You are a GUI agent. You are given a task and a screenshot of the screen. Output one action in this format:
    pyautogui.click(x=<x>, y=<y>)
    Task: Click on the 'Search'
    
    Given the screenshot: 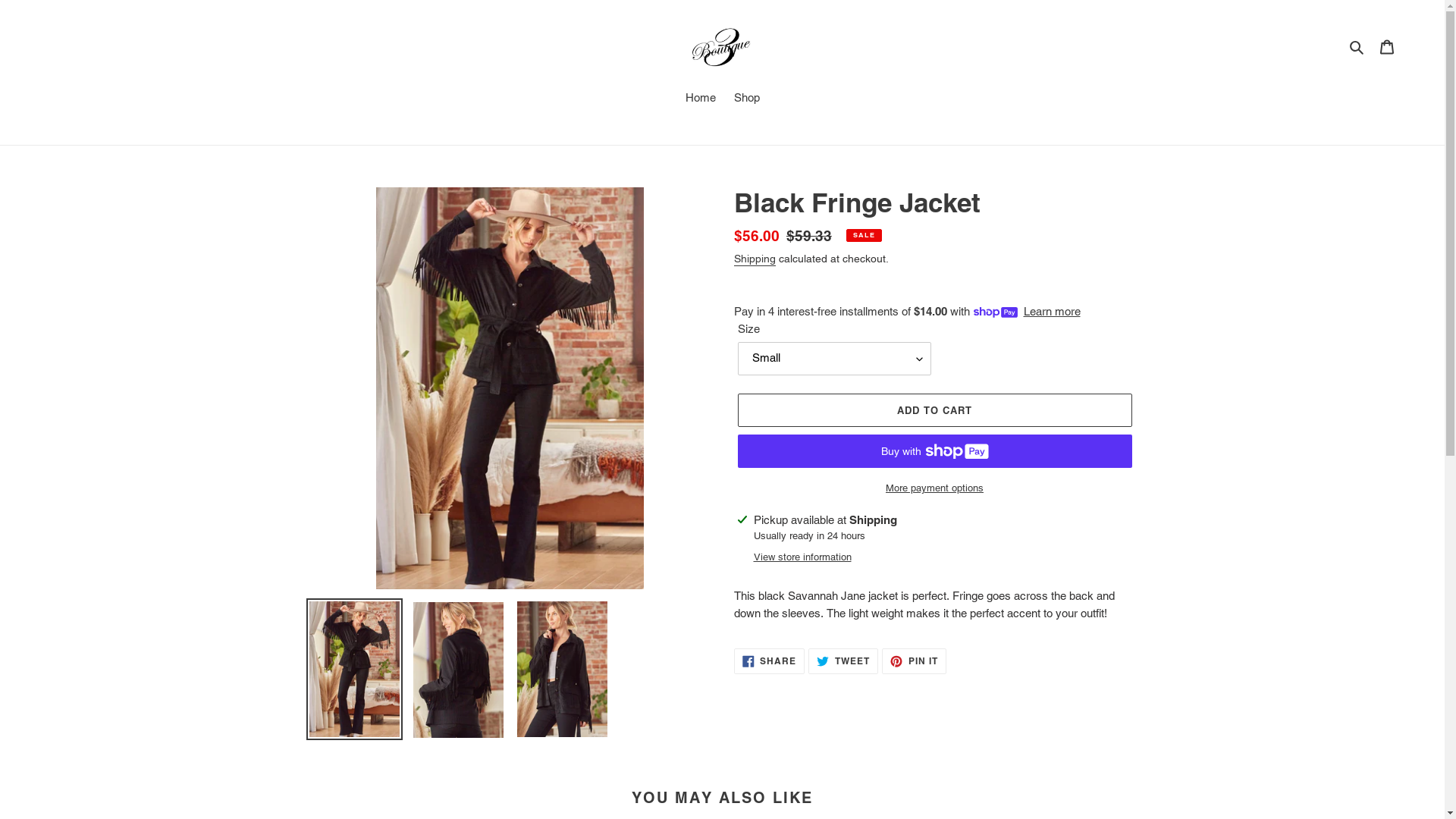 What is the action you would take?
    pyautogui.click(x=1357, y=45)
    